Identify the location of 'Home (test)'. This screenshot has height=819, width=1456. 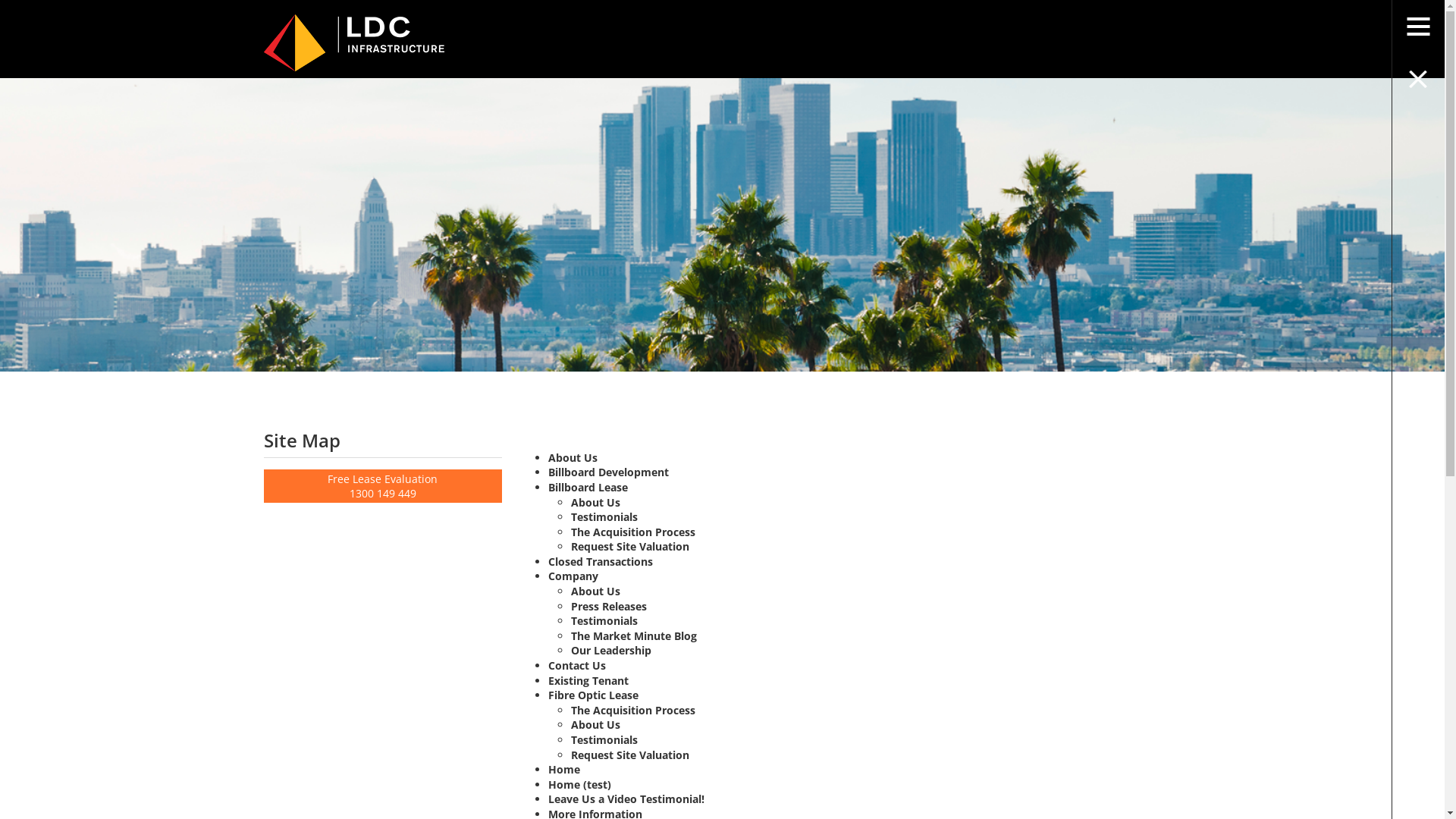
(548, 784).